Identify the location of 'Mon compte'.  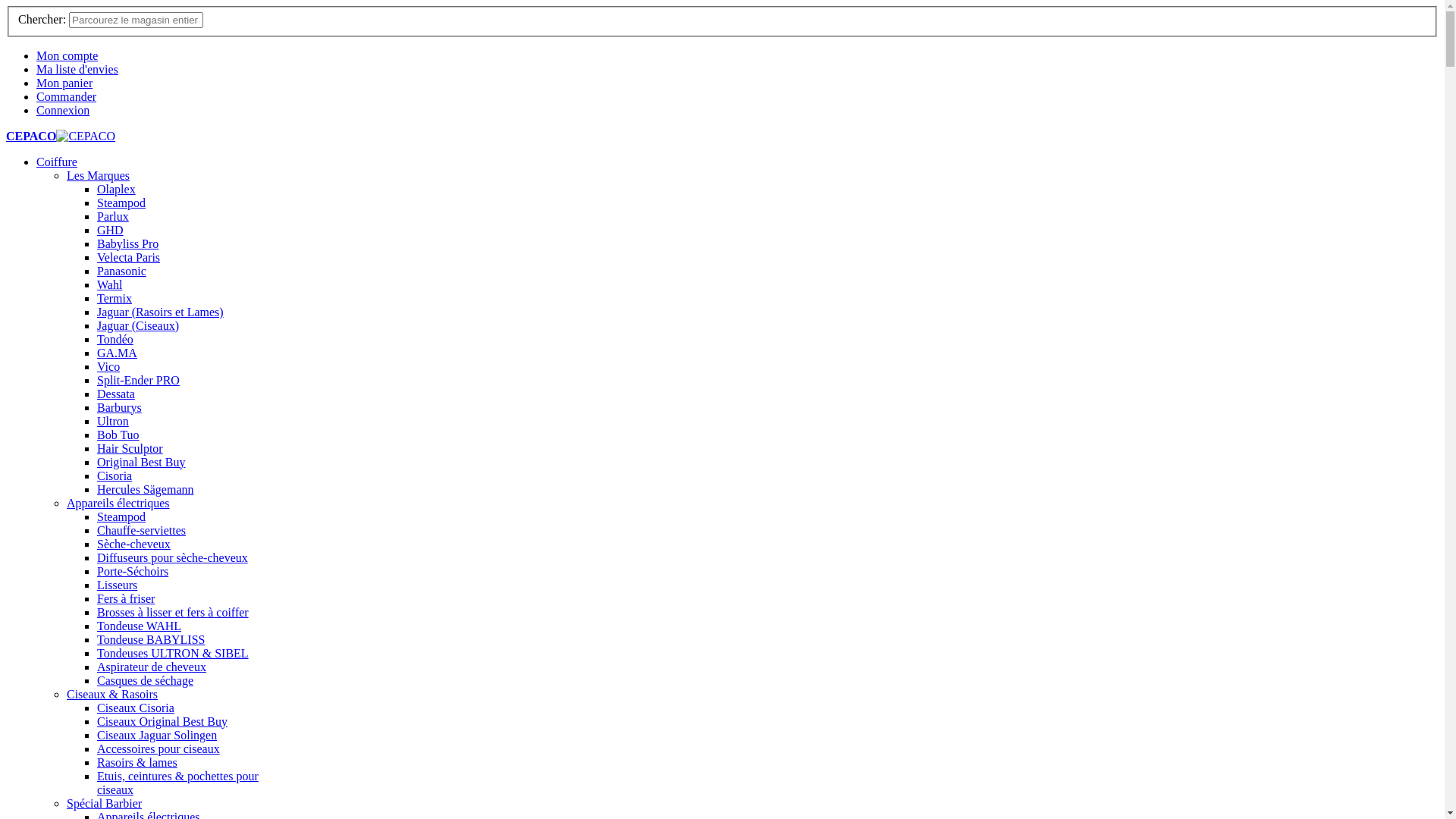
(36, 55).